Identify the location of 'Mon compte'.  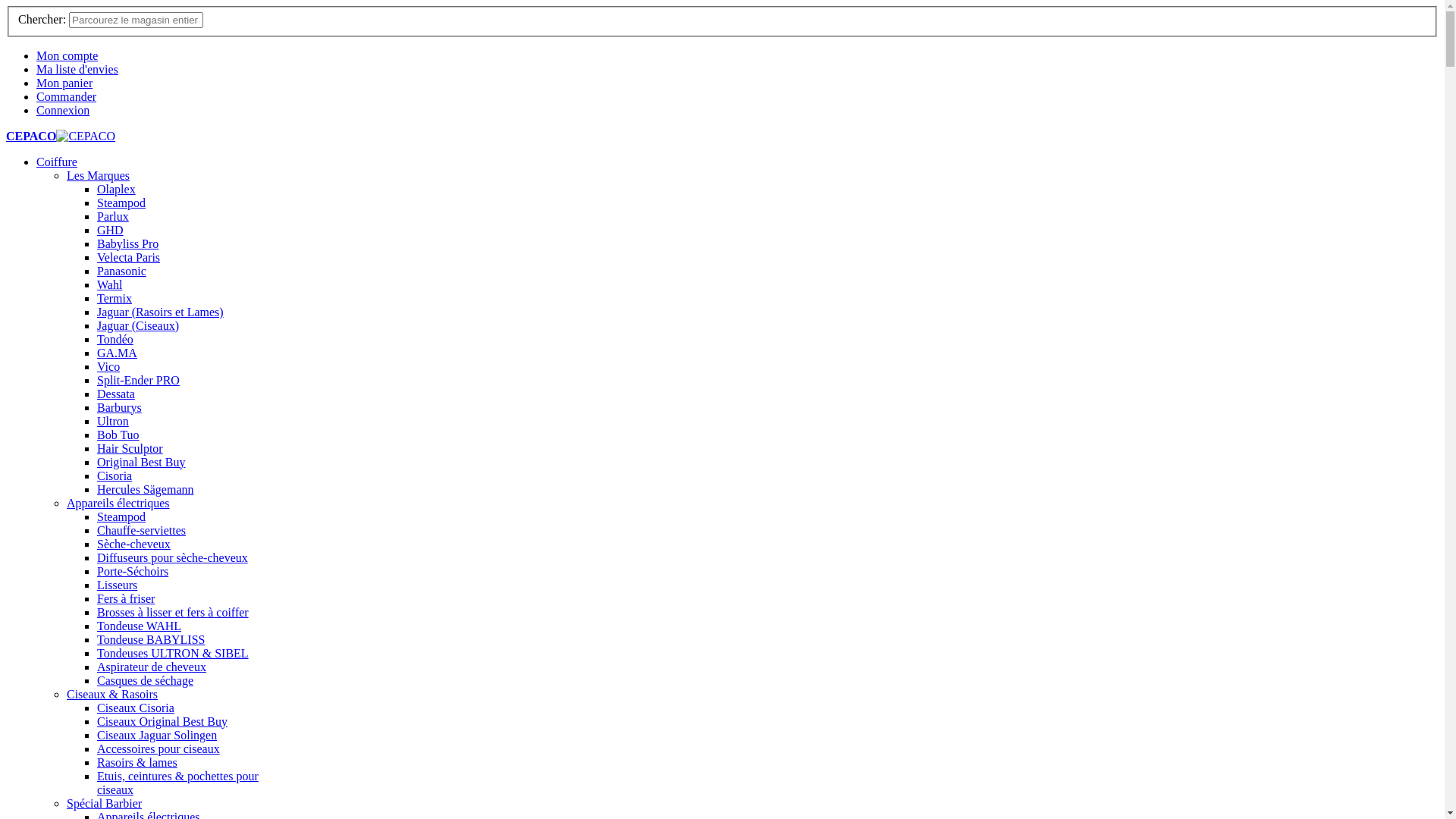
(36, 55).